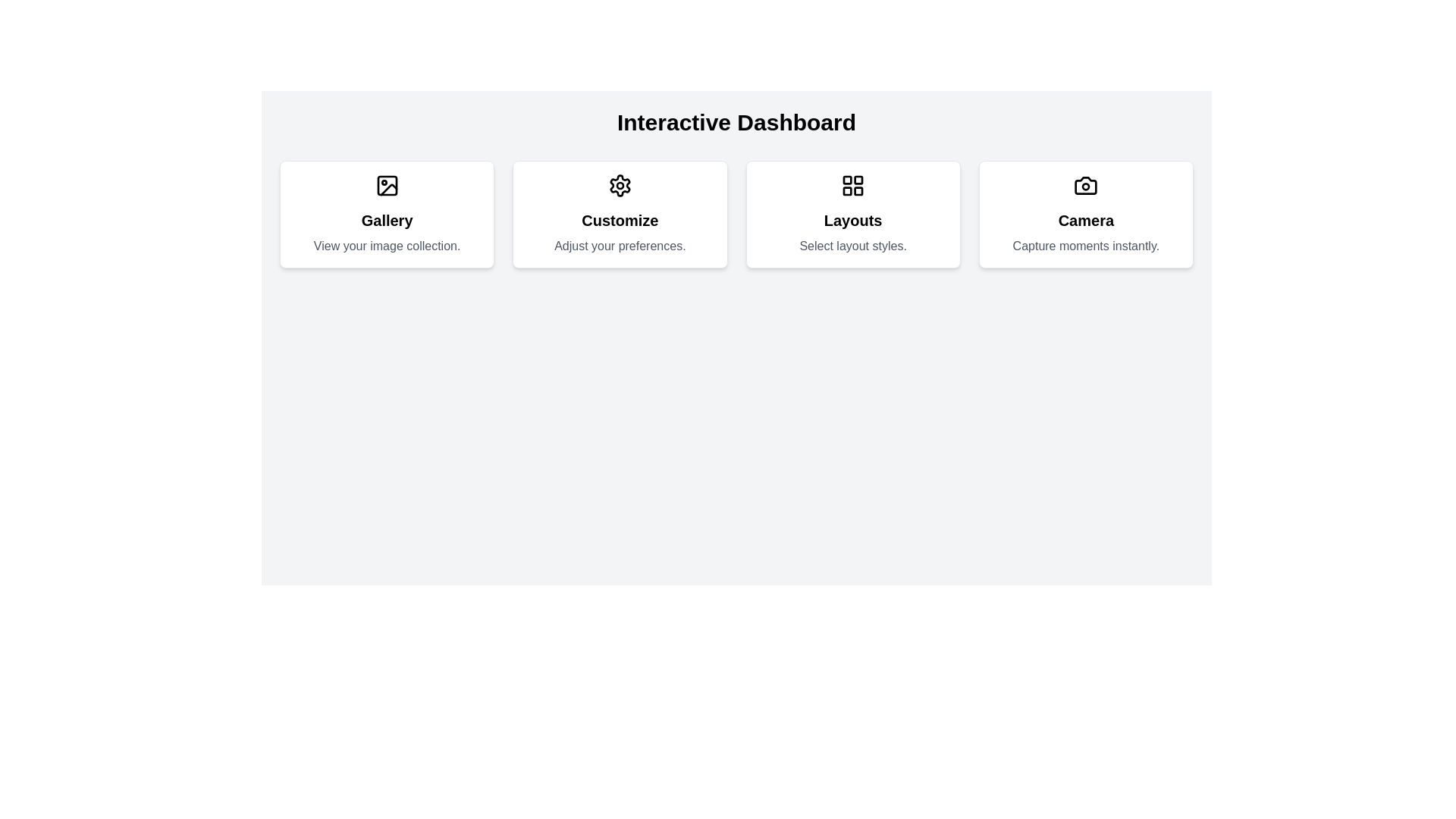 The image size is (1456, 819). Describe the element at coordinates (846, 179) in the screenshot. I see `the top-left rectangle of the grid icon within the 'Layouts' button, which represents grid-based layouts` at that location.